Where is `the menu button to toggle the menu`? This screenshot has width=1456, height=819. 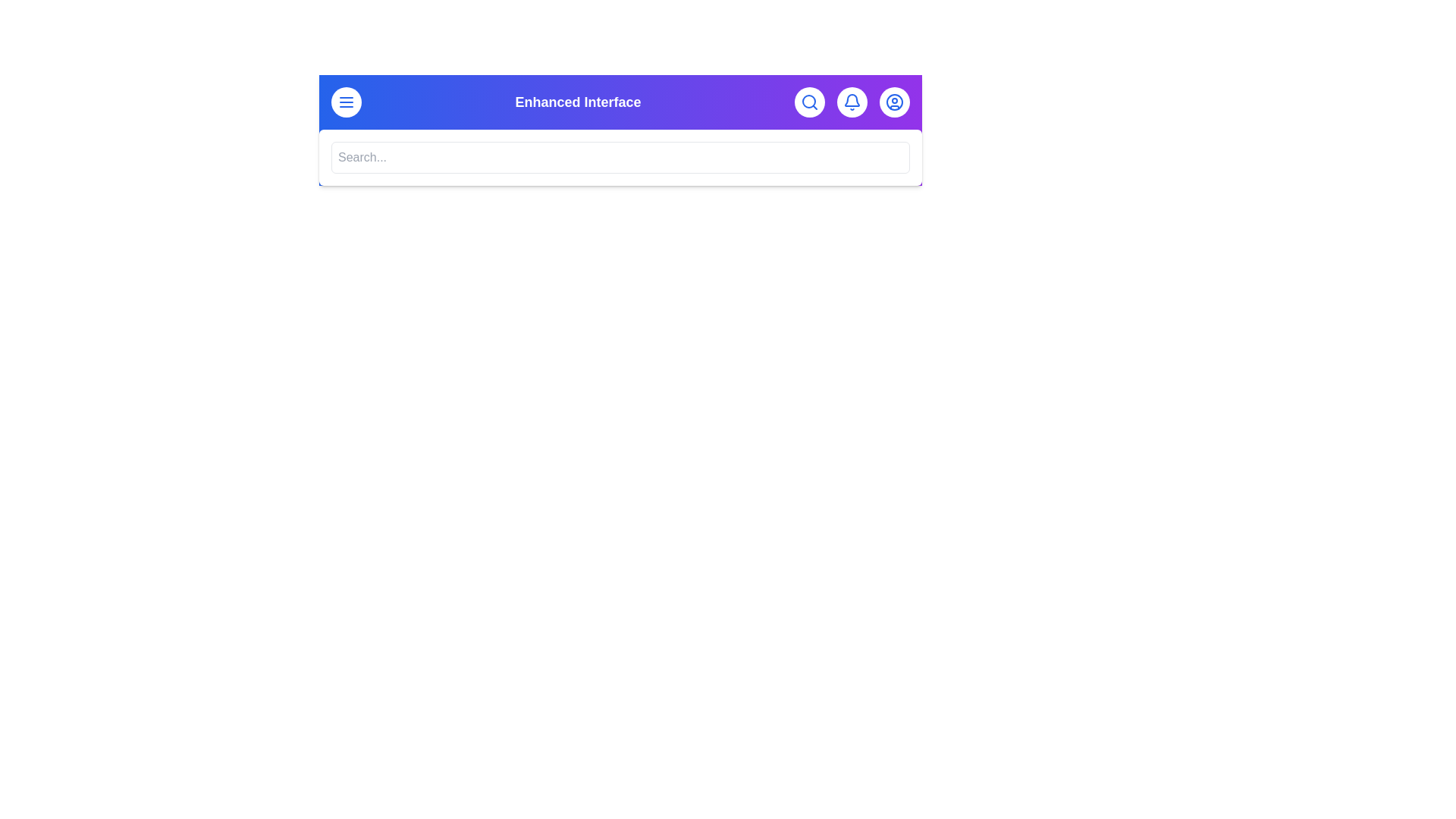
the menu button to toggle the menu is located at coordinates (345, 102).